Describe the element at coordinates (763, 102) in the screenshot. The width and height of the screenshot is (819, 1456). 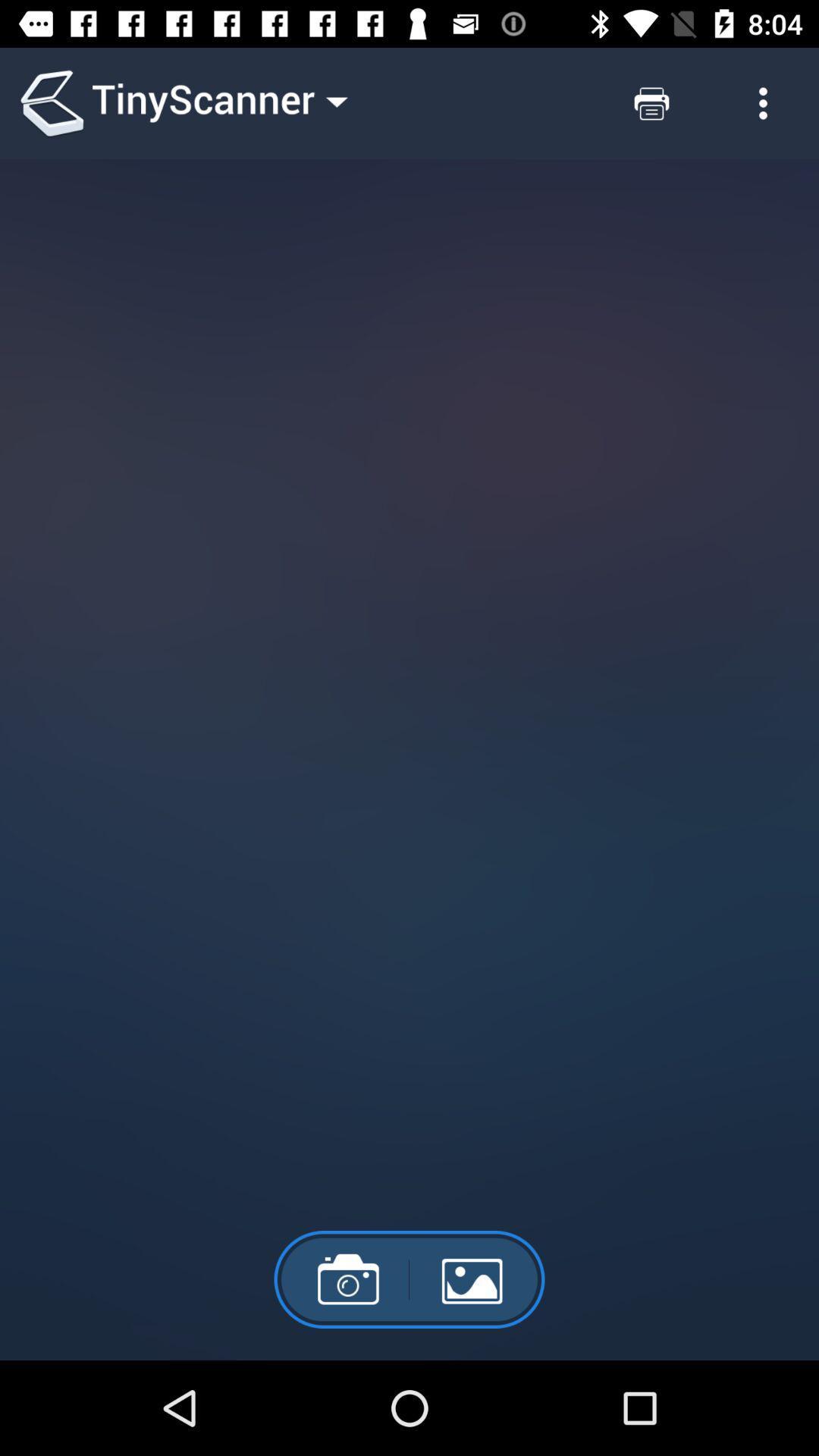
I see `the more icon` at that location.